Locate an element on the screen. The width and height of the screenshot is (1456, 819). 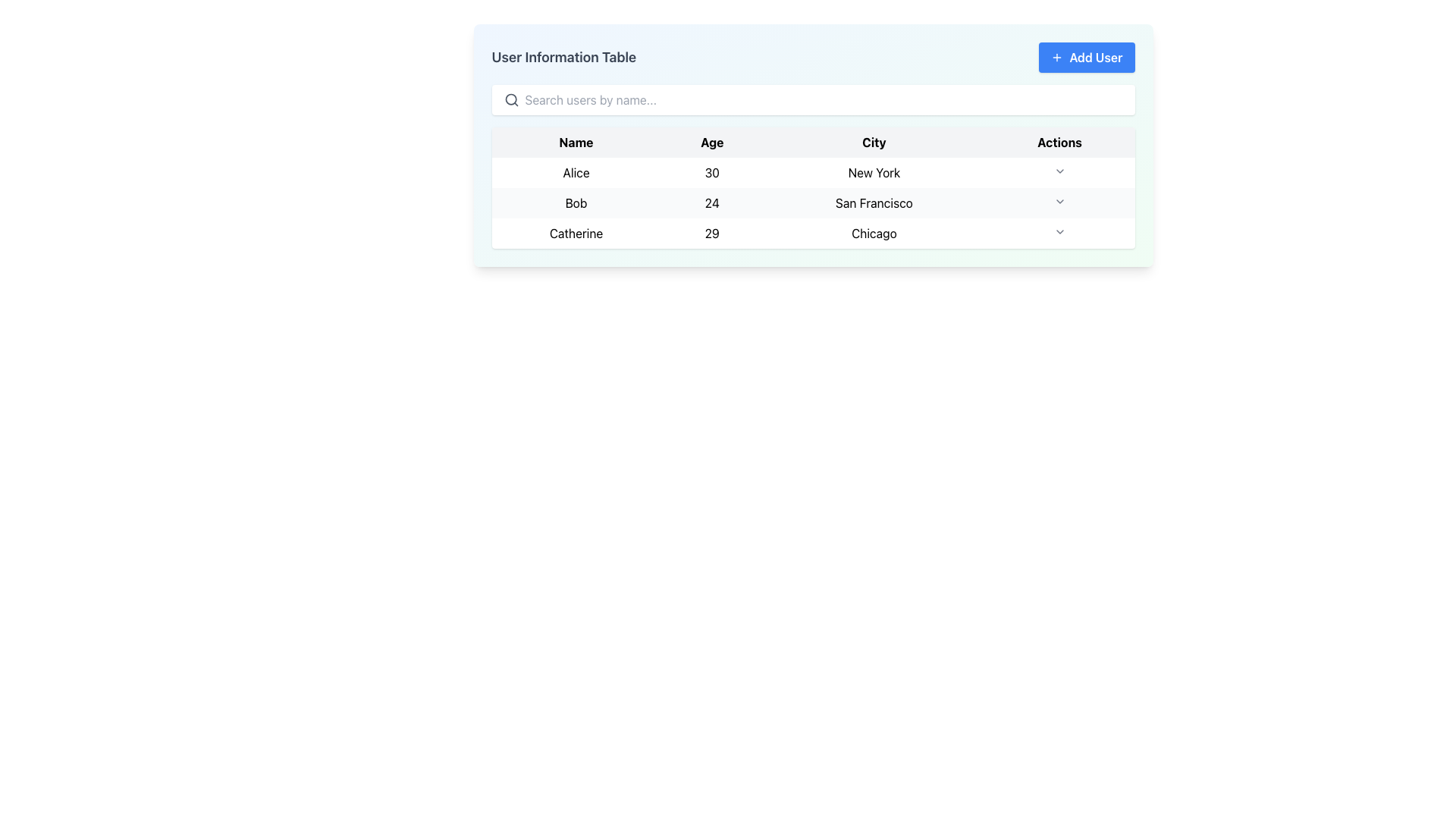
the first table row containing user data for 'Alice', age '30', and city 'New York' in the user information table is located at coordinates (812, 171).